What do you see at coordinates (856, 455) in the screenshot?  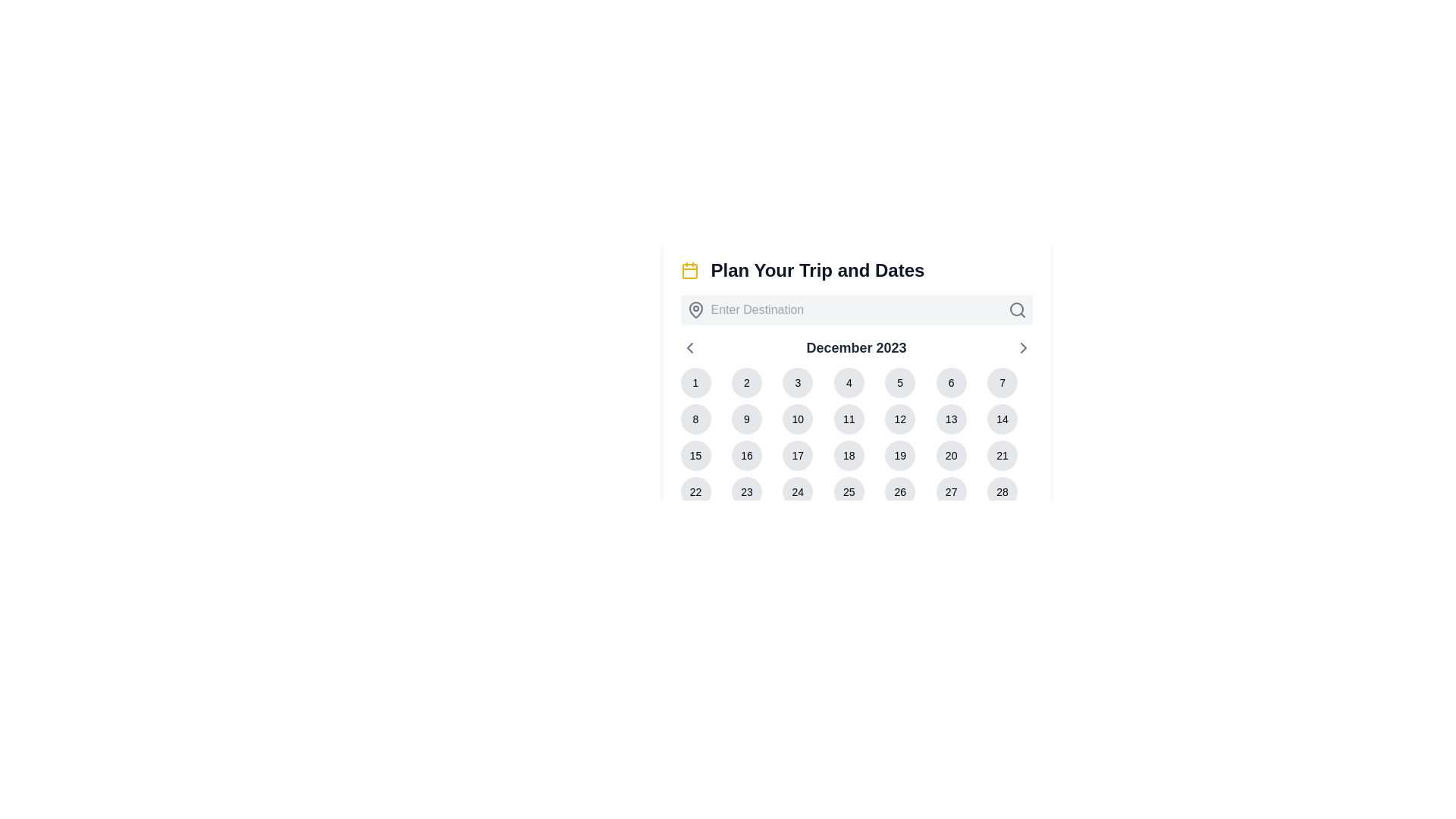 I see `the grid layout containing clickable day cells for the December 2023 calendar` at bounding box center [856, 455].